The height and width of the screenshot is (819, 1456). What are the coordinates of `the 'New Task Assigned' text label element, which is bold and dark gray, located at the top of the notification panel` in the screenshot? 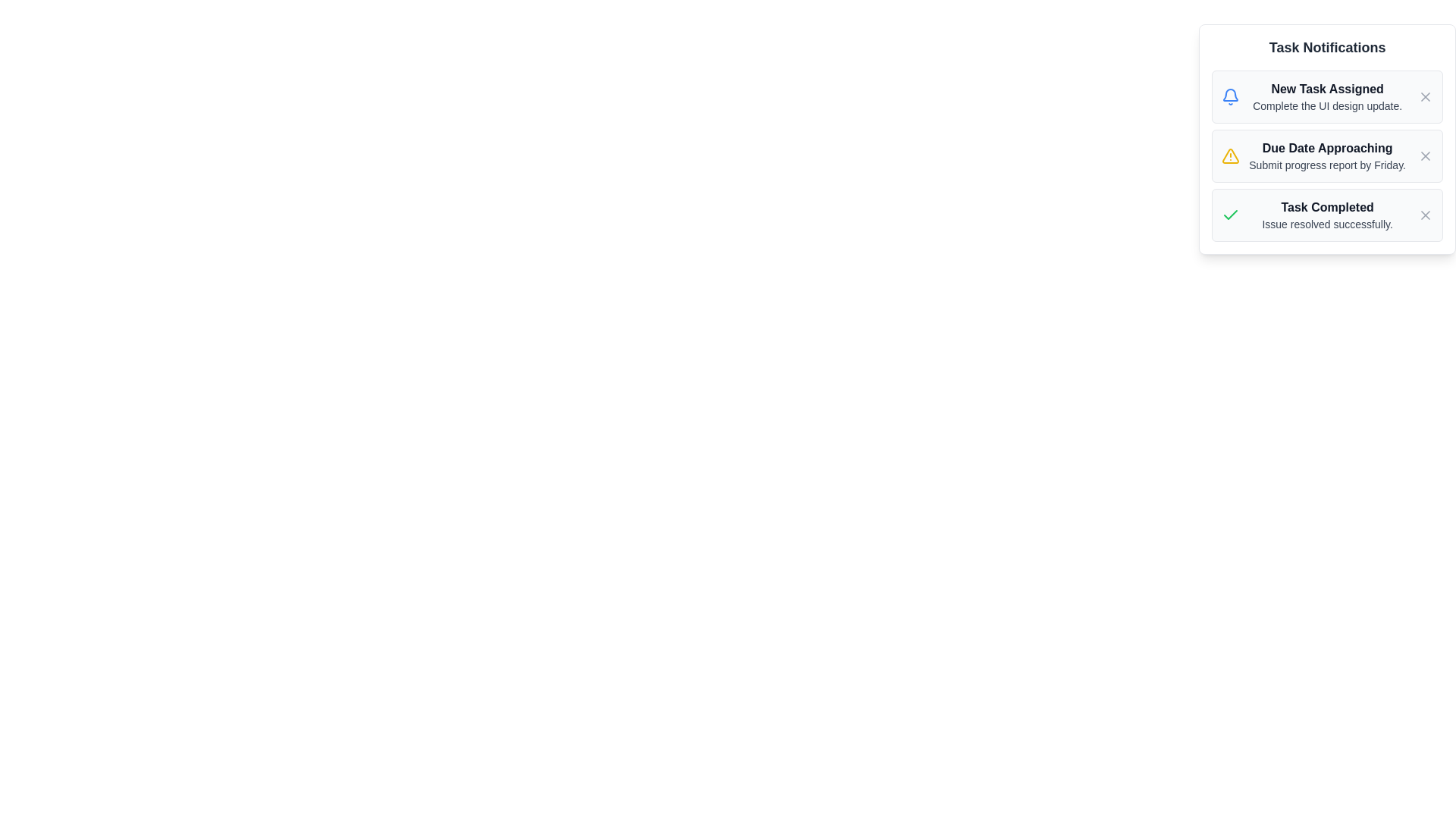 It's located at (1326, 89).